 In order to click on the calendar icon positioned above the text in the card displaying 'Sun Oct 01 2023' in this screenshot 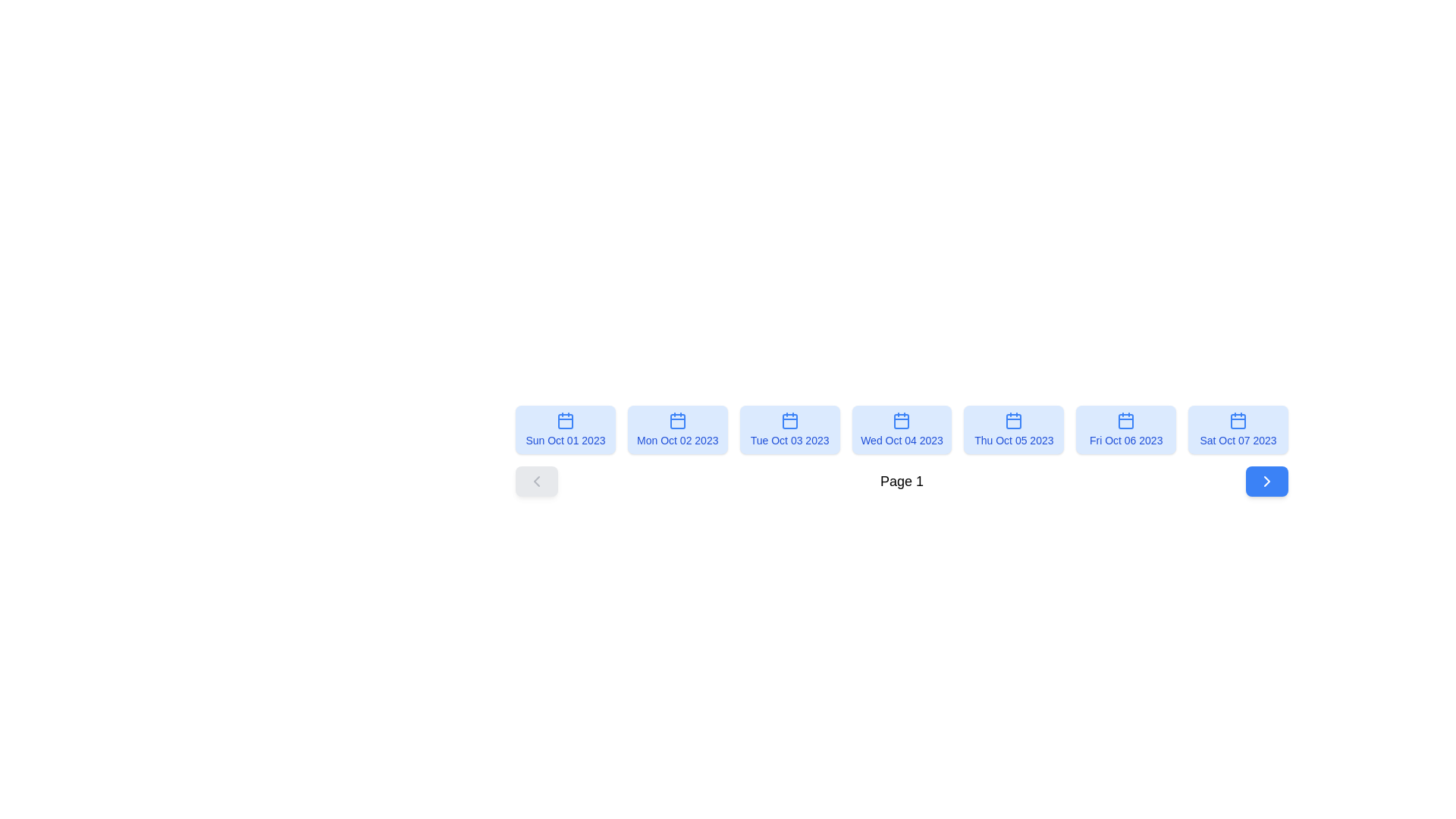, I will do `click(564, 421)`.